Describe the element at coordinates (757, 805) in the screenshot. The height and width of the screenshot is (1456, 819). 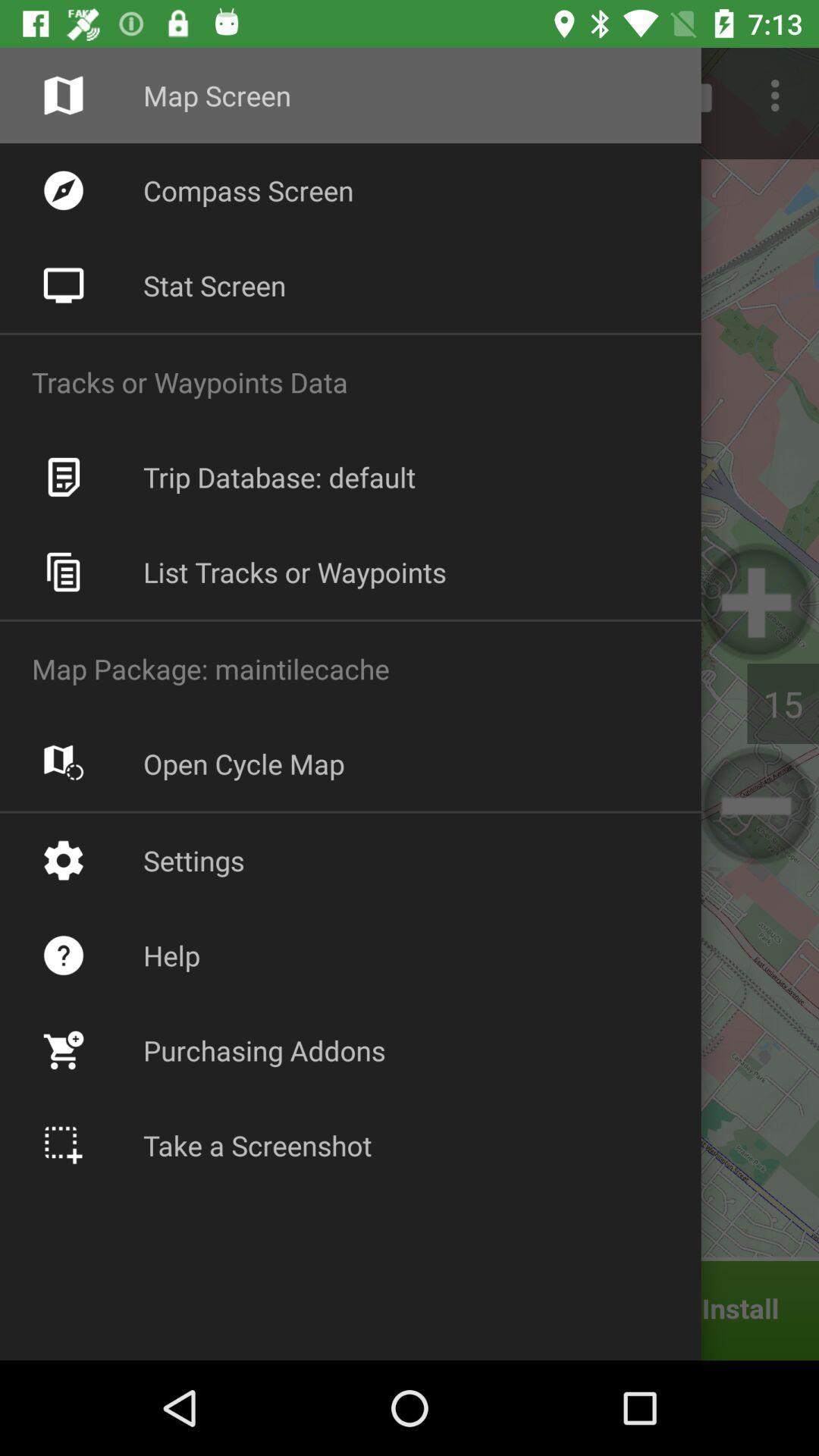
I see `the minus icon` at that location.